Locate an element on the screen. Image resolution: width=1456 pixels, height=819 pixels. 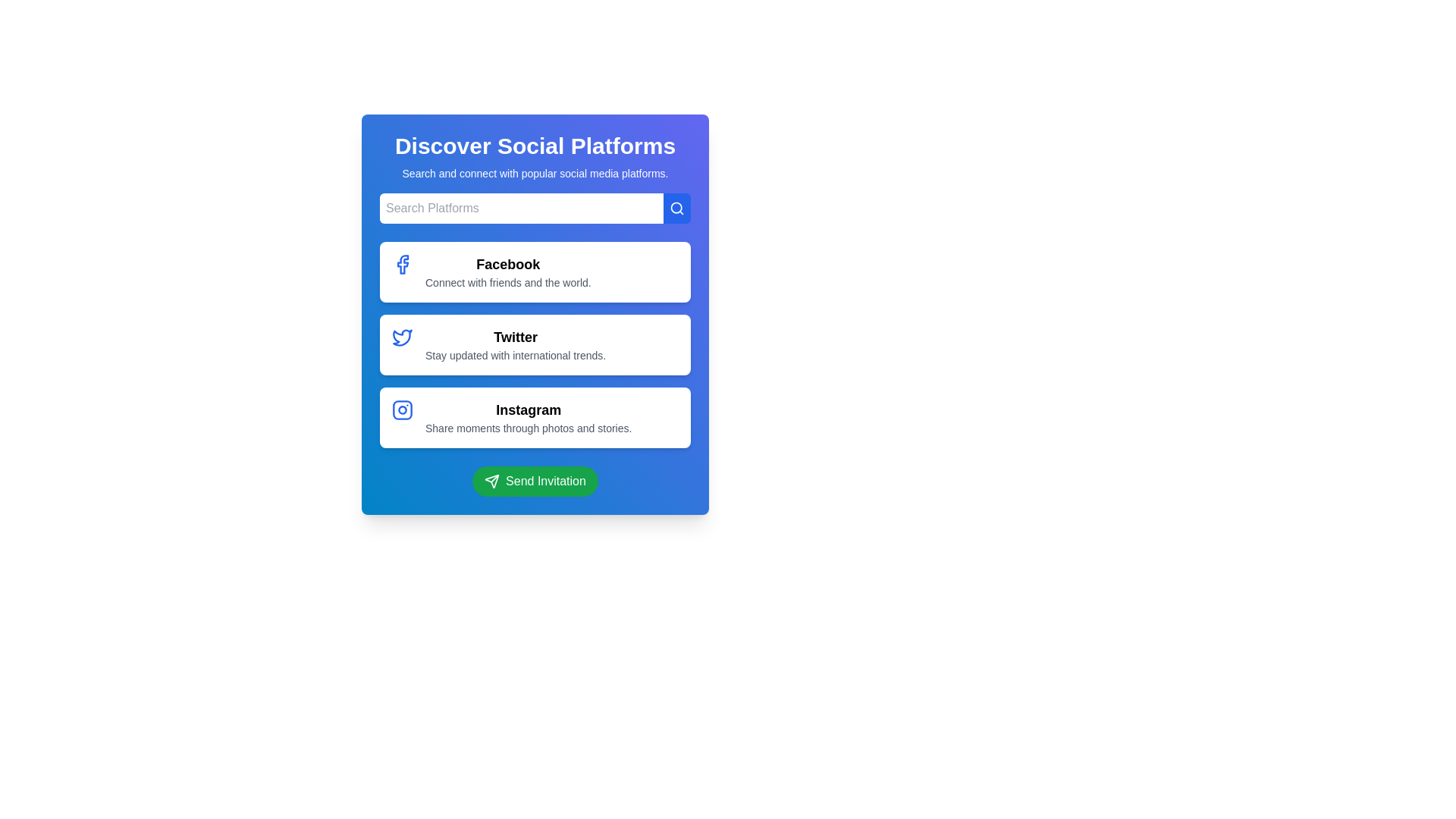
the Text block with title and subtitle at the top section of the card is located at coordinates (535, 157).